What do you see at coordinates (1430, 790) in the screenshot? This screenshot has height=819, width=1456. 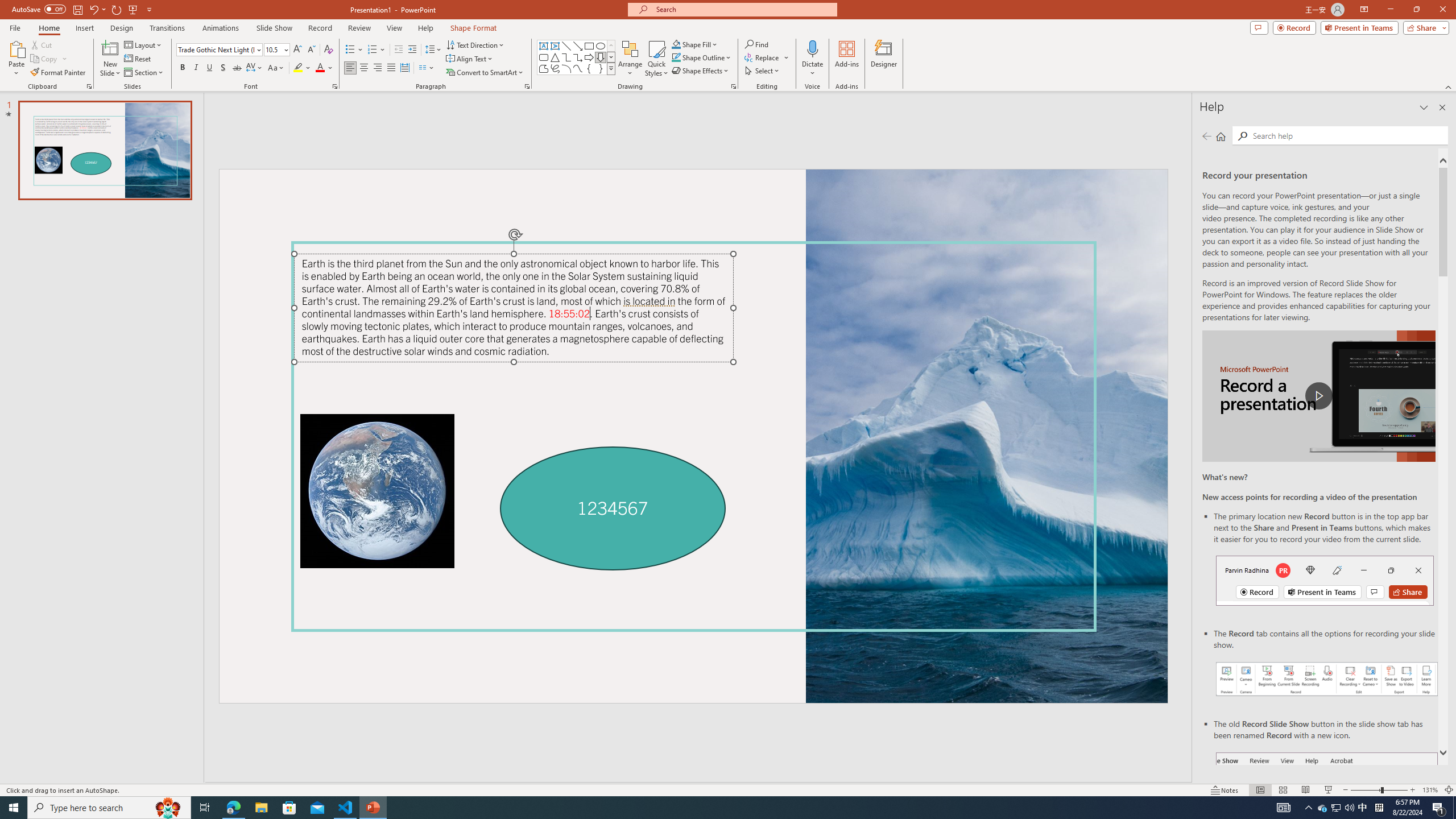 I see `'Zoom 131%'` at bounding box center [1430, 790].